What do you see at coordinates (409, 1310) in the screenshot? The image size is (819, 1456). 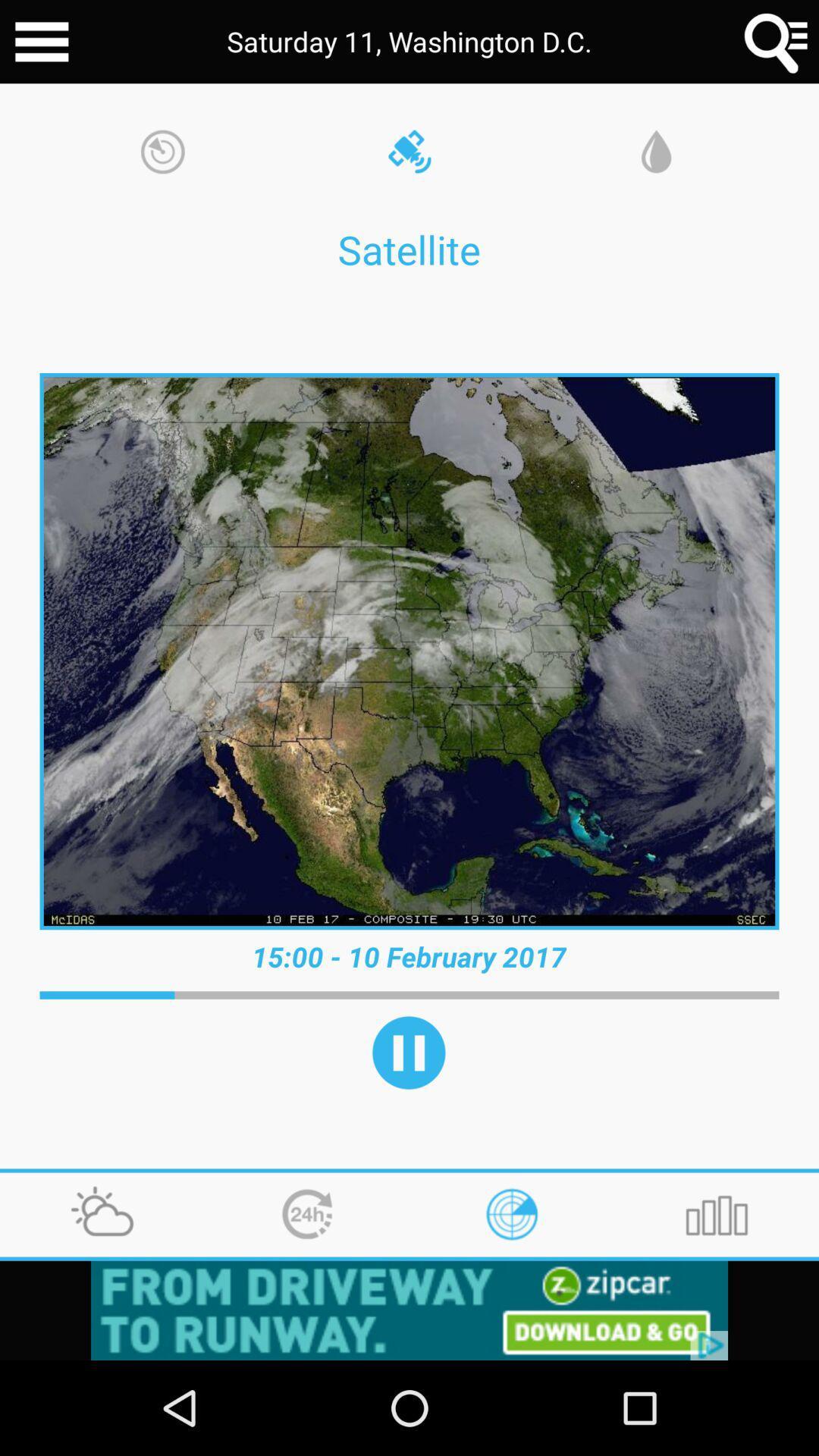 I see `open advertisement` at bounding box center [409, 1310].